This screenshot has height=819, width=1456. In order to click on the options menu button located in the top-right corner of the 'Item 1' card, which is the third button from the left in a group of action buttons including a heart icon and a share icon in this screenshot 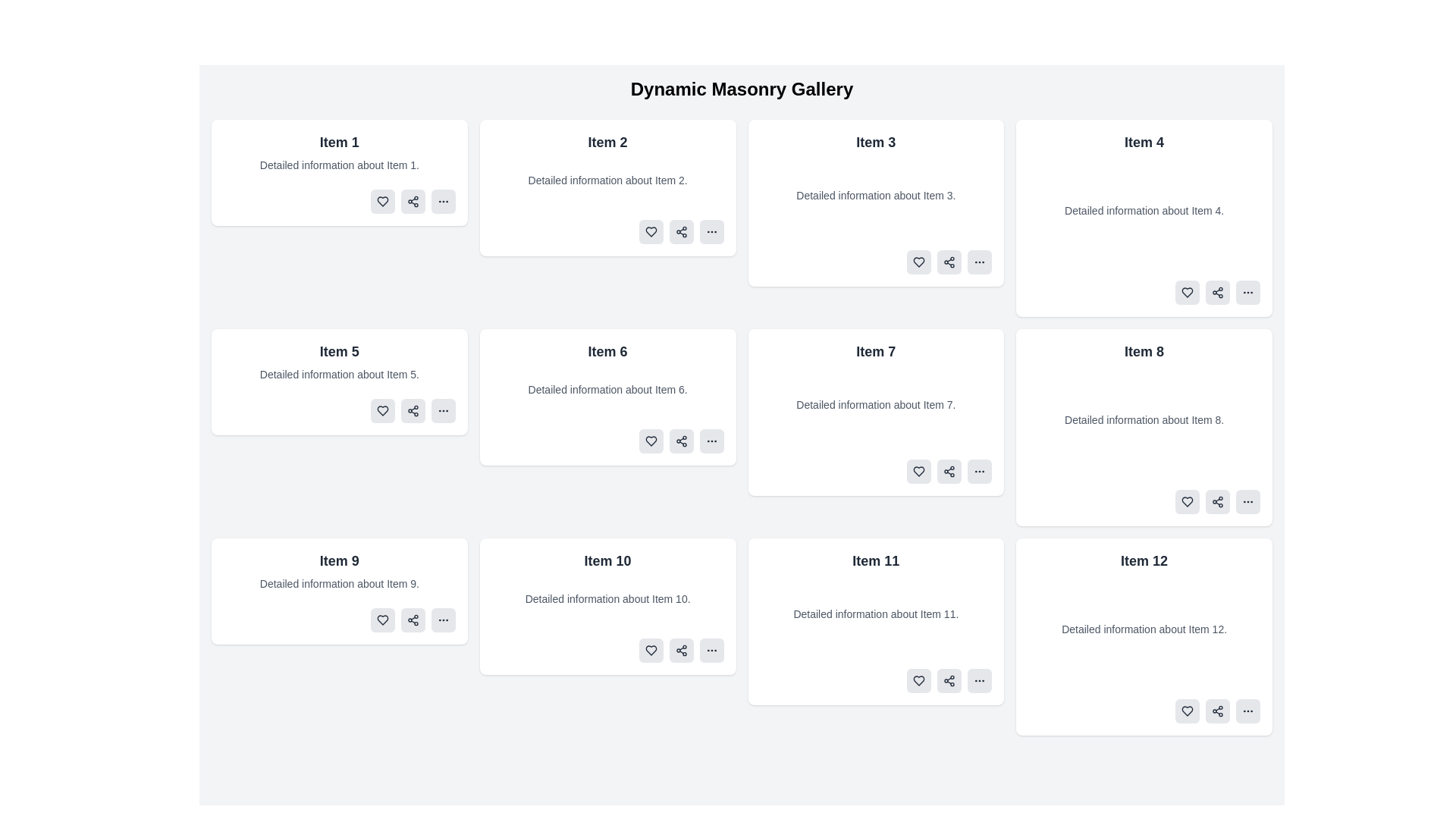, I will do `click(442, 201)`.